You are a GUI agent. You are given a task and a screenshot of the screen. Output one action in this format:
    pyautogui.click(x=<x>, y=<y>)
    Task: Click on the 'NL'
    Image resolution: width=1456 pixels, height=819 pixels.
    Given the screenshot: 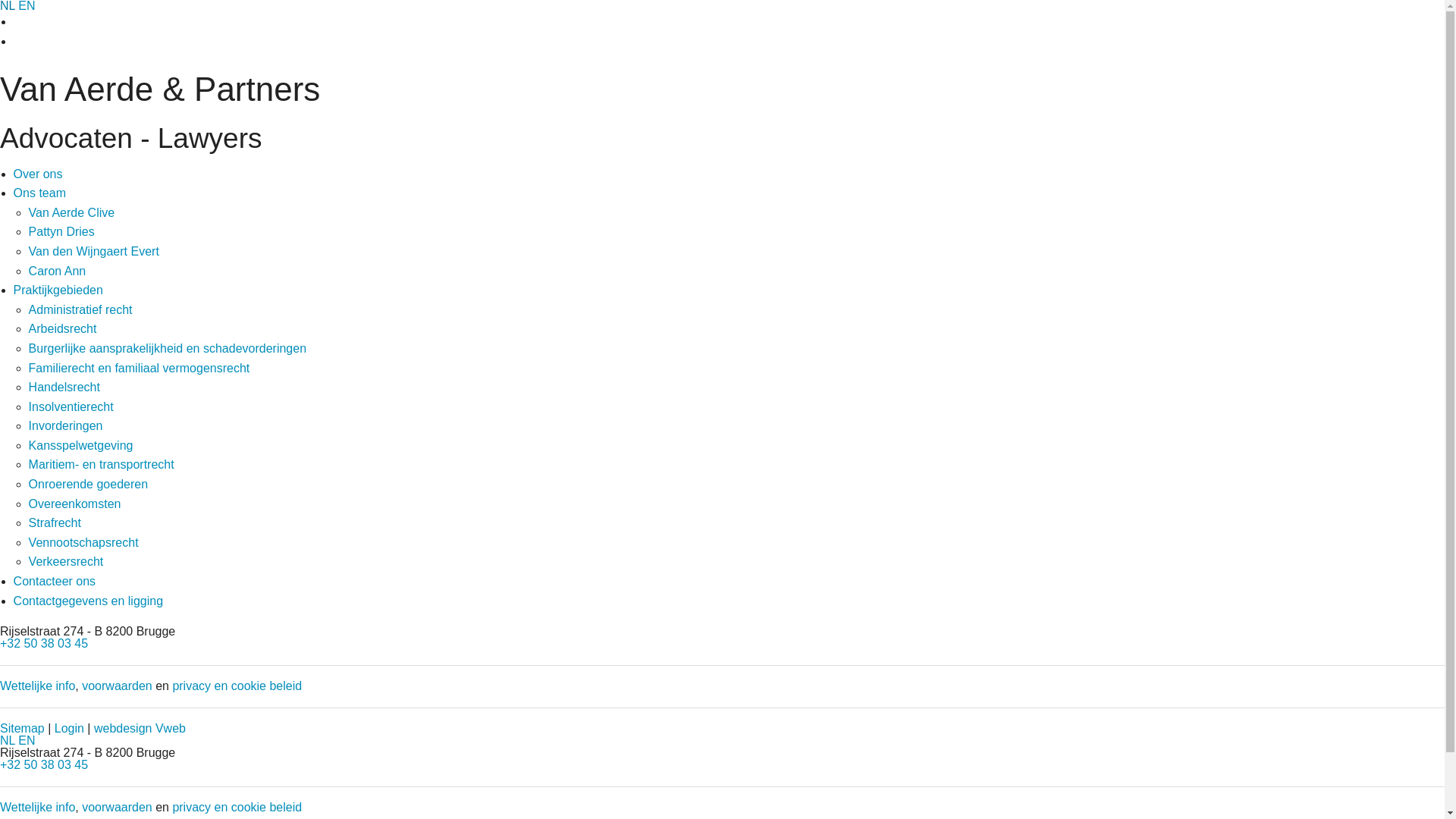 What is the action you would take?
    pyautogui.click(x=0, y=739)
    